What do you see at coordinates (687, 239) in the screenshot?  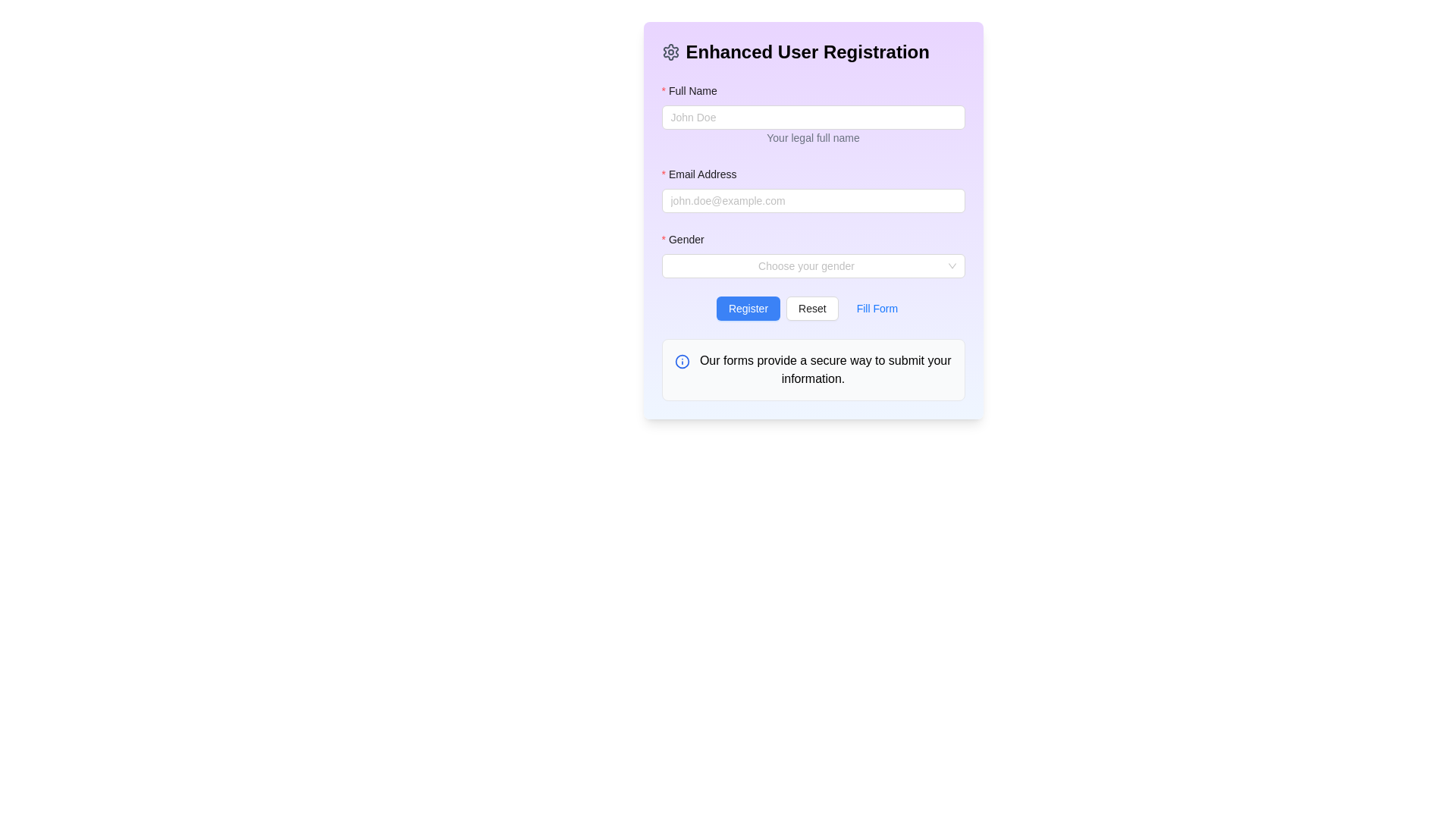 I see `the 'Gender' label with a red asterisk indicating it is a required field, located above the 'Choose your gender' dropdown in the 'Enhanced User Registration' form` at bounding box center [687, 239].